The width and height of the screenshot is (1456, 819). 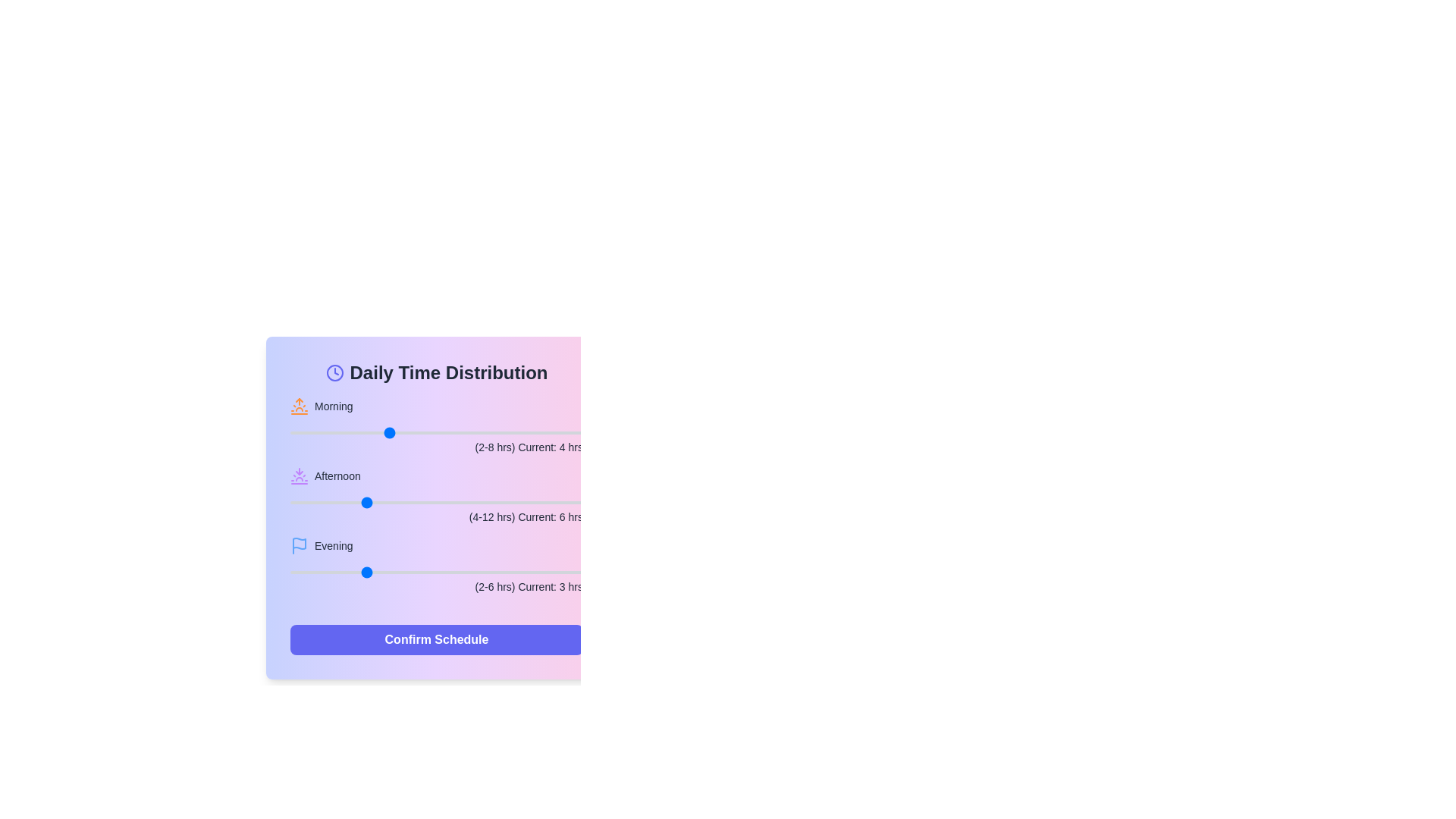 I want to click on afternoon duration, so click(x=326, y=503).